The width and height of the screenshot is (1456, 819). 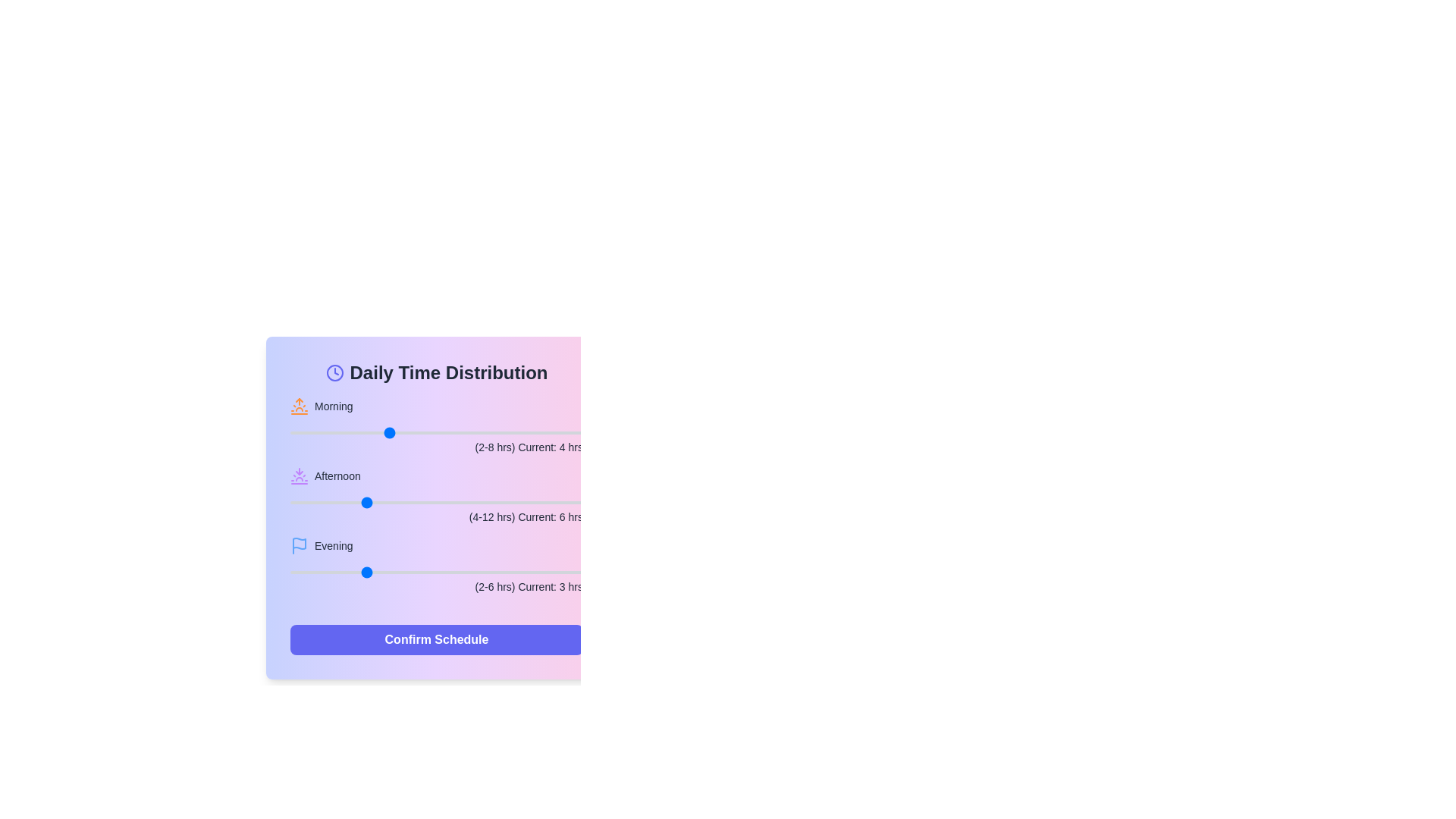 I want to click on afternoon duration, so click(x=326, y=503).